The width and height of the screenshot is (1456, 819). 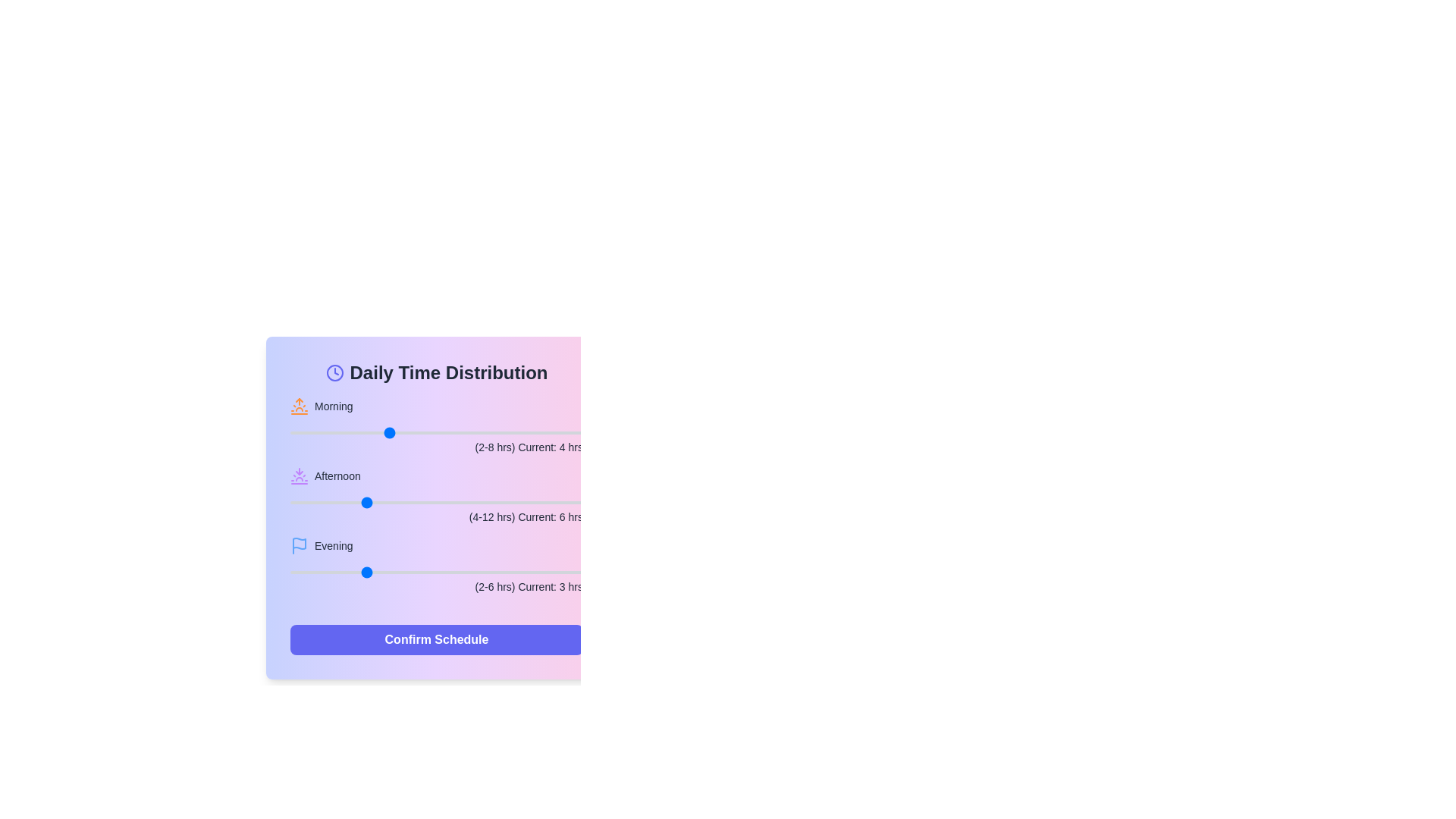 I want to click on afternoon duration, so click(x=326, y=503).